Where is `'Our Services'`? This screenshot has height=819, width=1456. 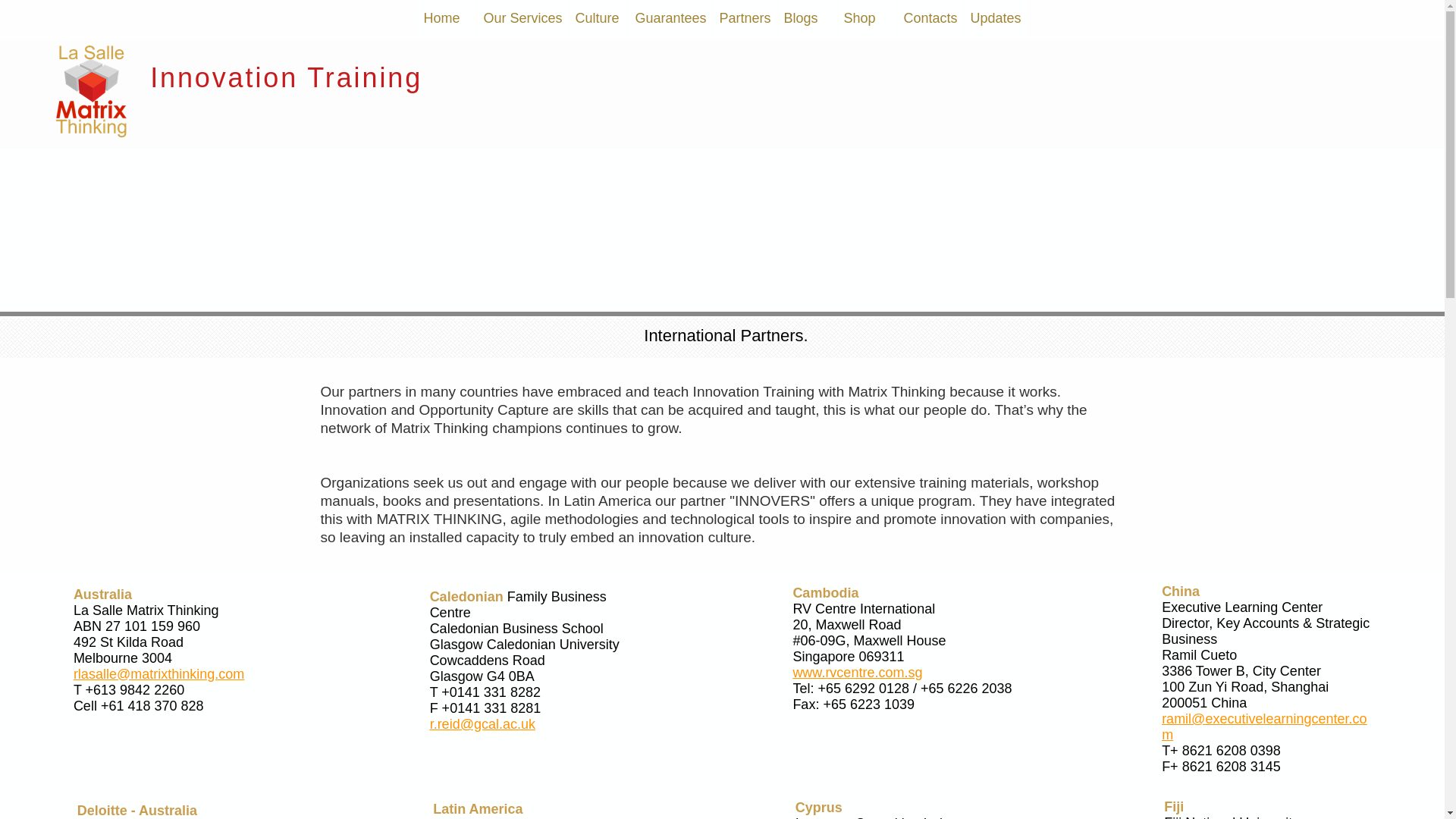
'Our Services' is located at coordinates (522, 18).